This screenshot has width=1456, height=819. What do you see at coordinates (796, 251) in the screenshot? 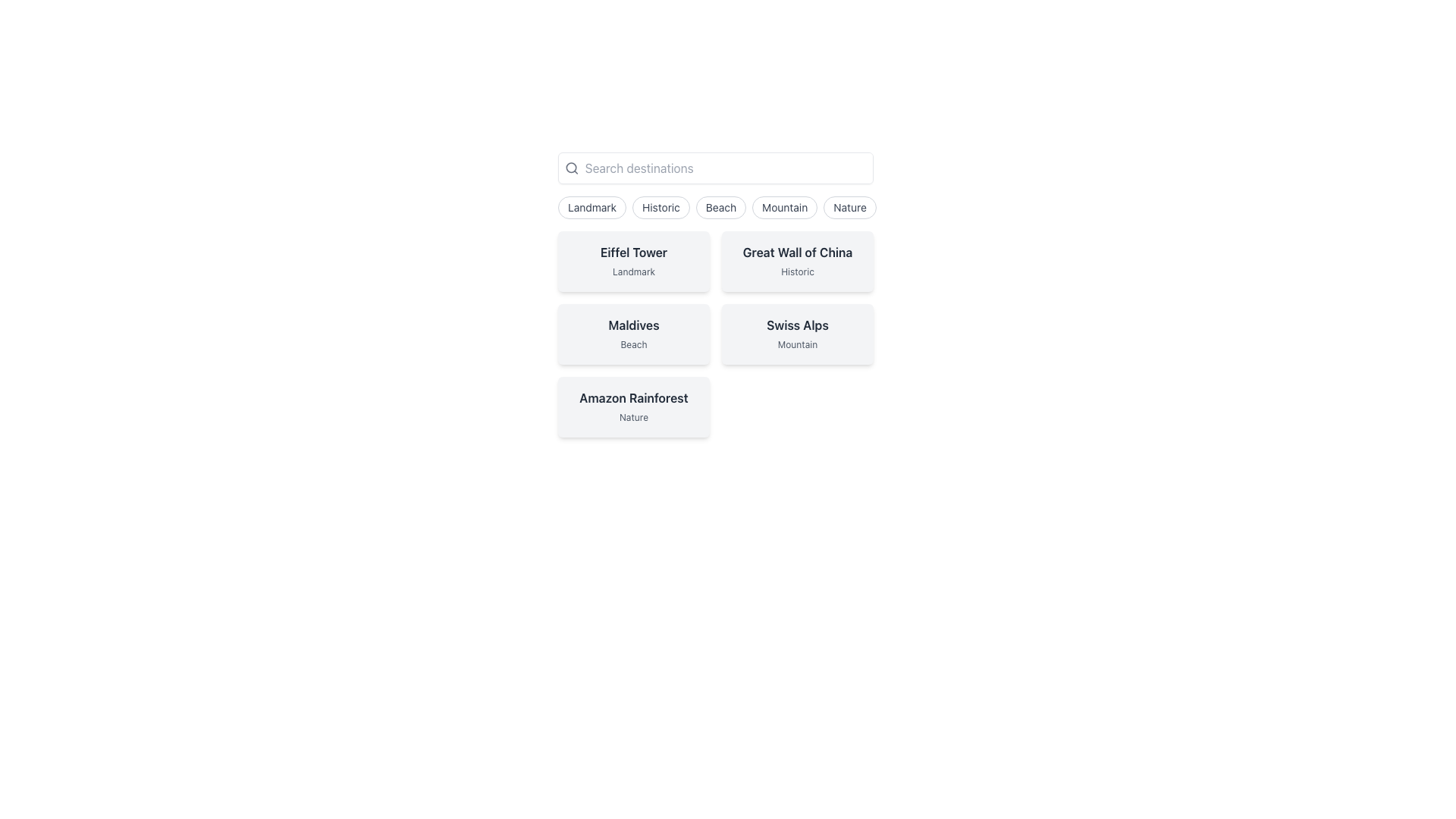
I see `the label indicating 'Great Wall of China' located in the second row and second column of the grid layout, which is above the text 'Historic'` at bounding box center [796, 251].